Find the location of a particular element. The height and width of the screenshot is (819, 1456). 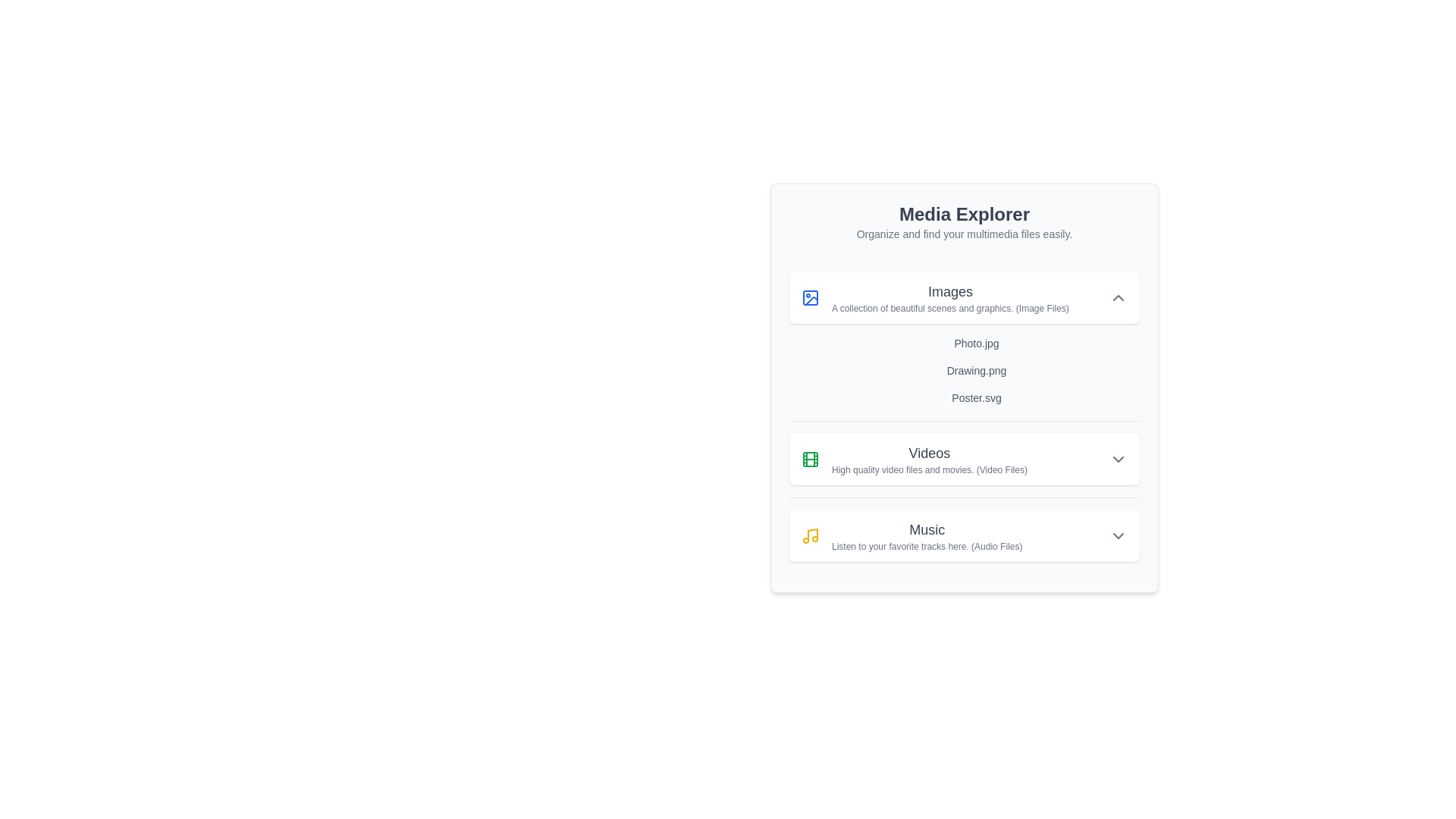

the section header for the 'Images' category is located at coordinates (949, 298).